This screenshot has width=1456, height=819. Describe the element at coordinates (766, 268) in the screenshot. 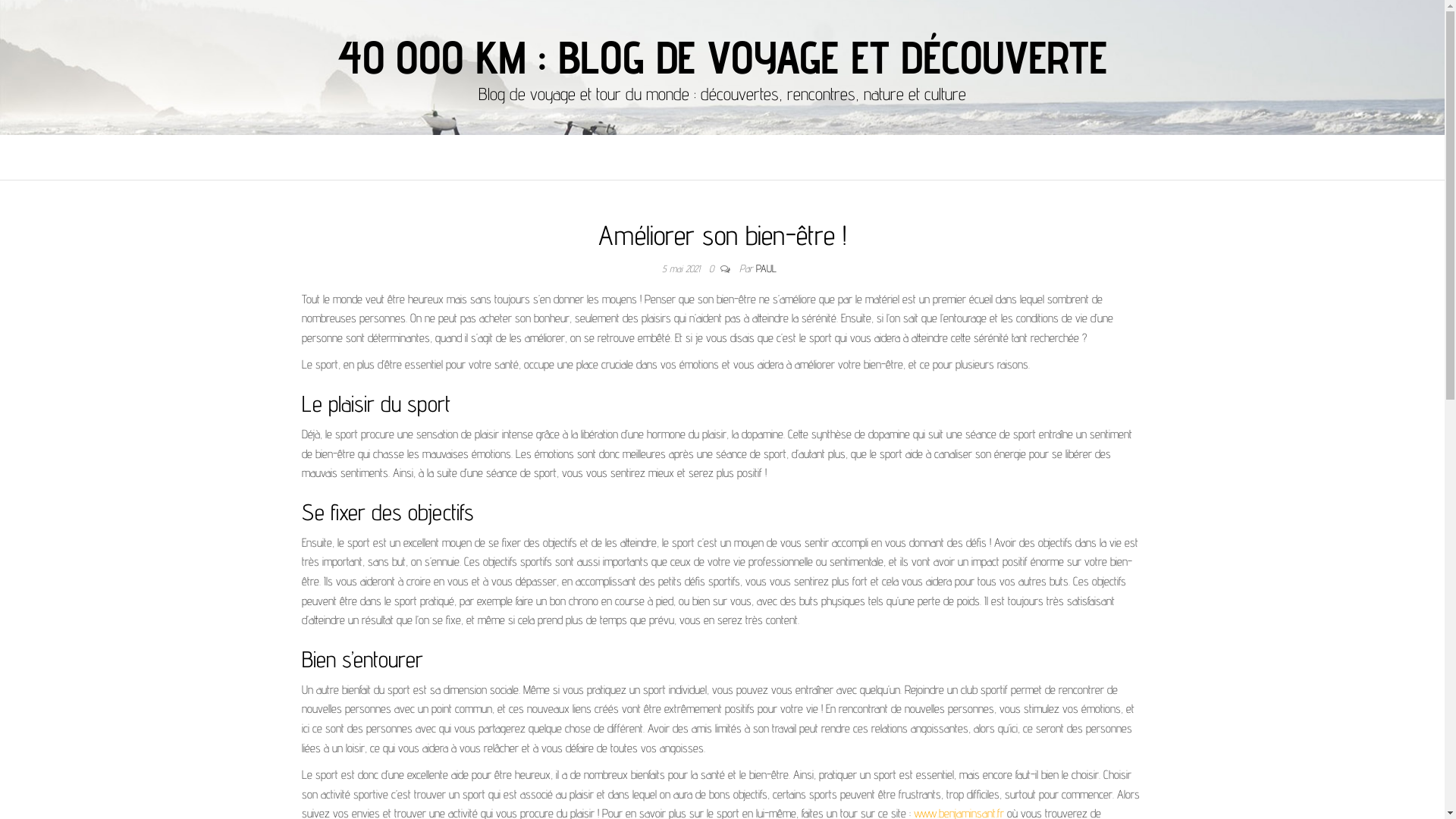

I see `'PAUL'` at that location.